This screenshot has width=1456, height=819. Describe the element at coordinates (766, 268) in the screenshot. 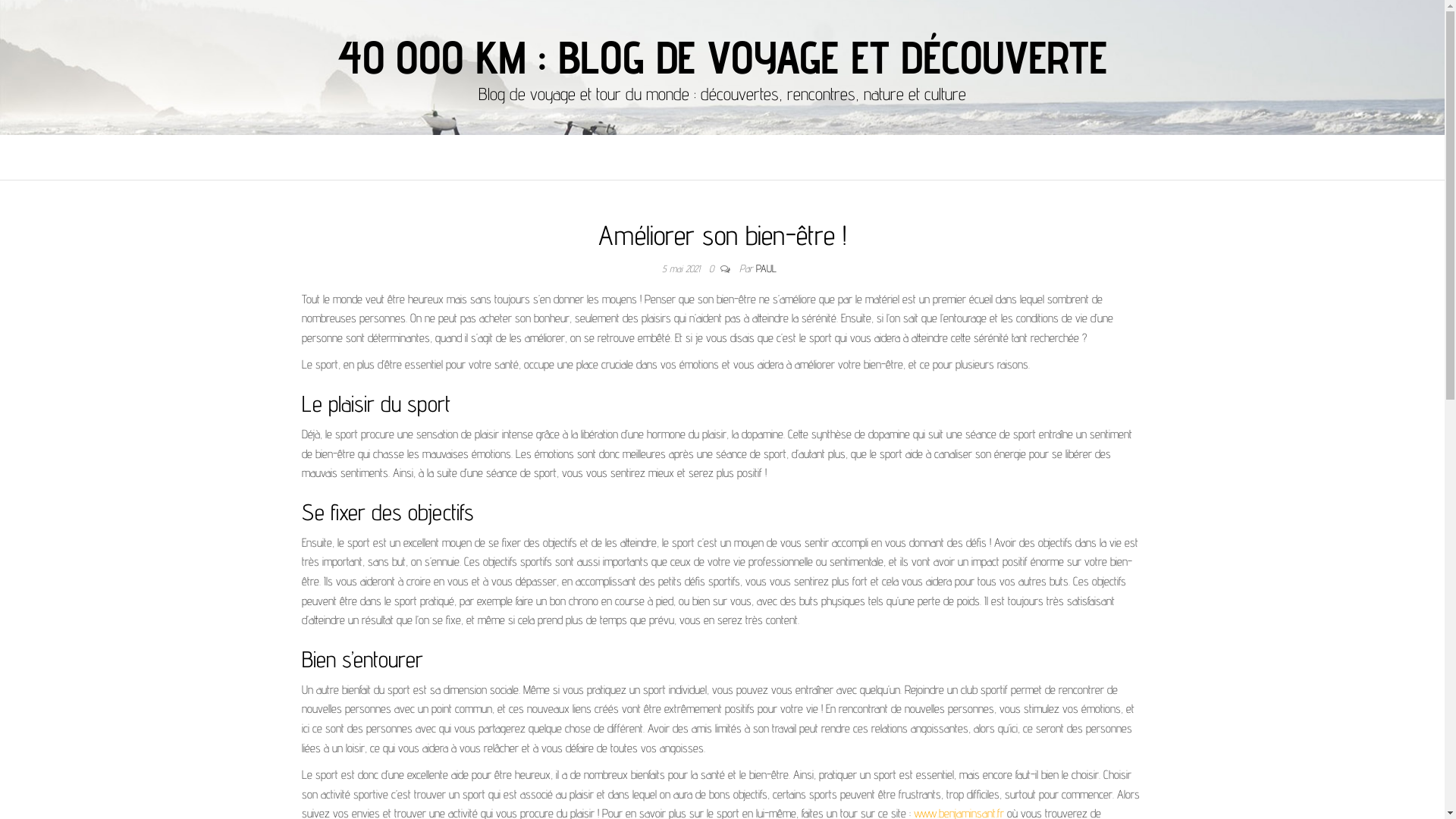

I see `'PAUL'` at that location.